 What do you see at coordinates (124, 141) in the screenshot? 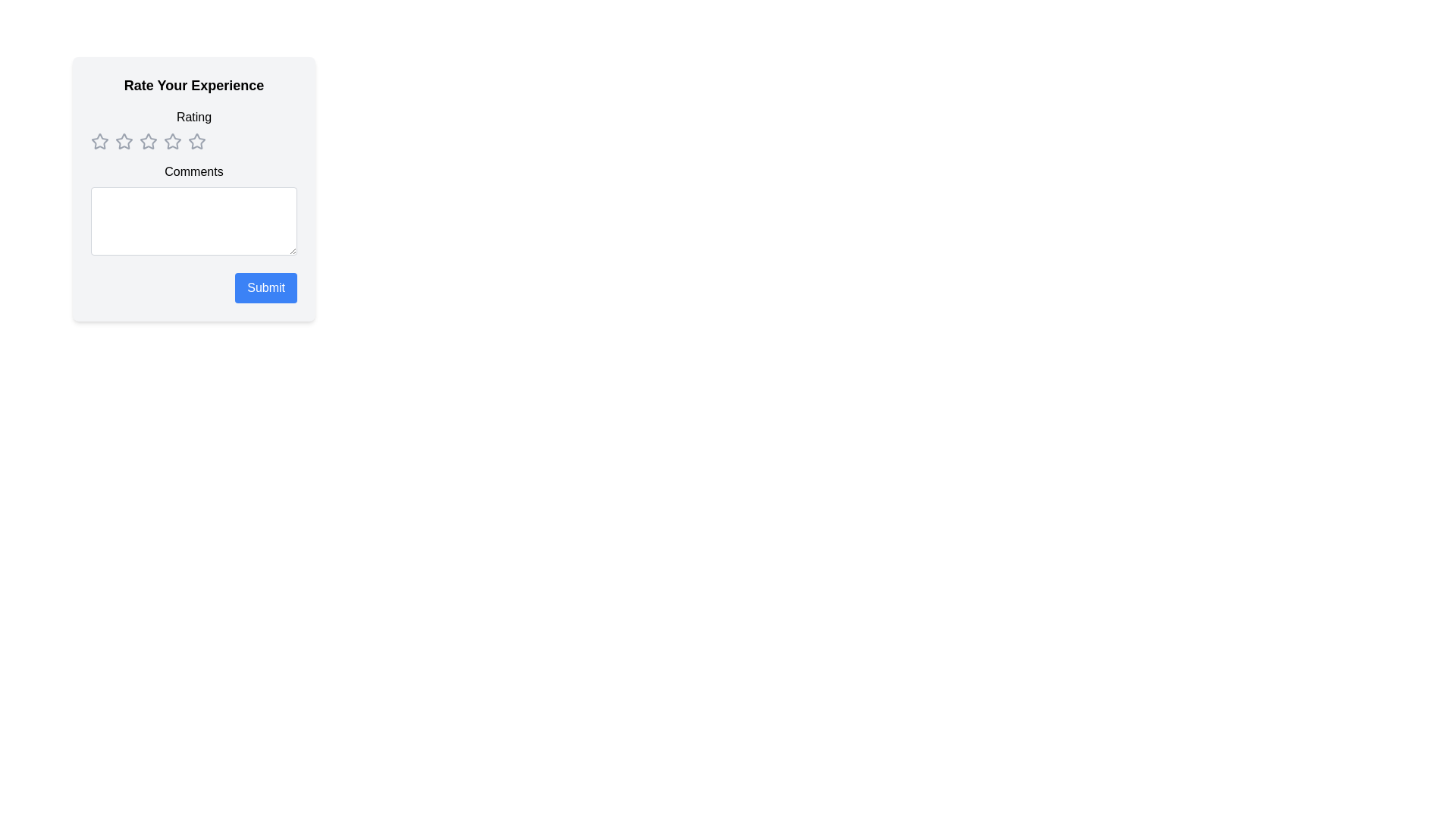
I see `the second star-shaped icon with a gray outline in the 'Rating' section` at bounding box center [124, 141].